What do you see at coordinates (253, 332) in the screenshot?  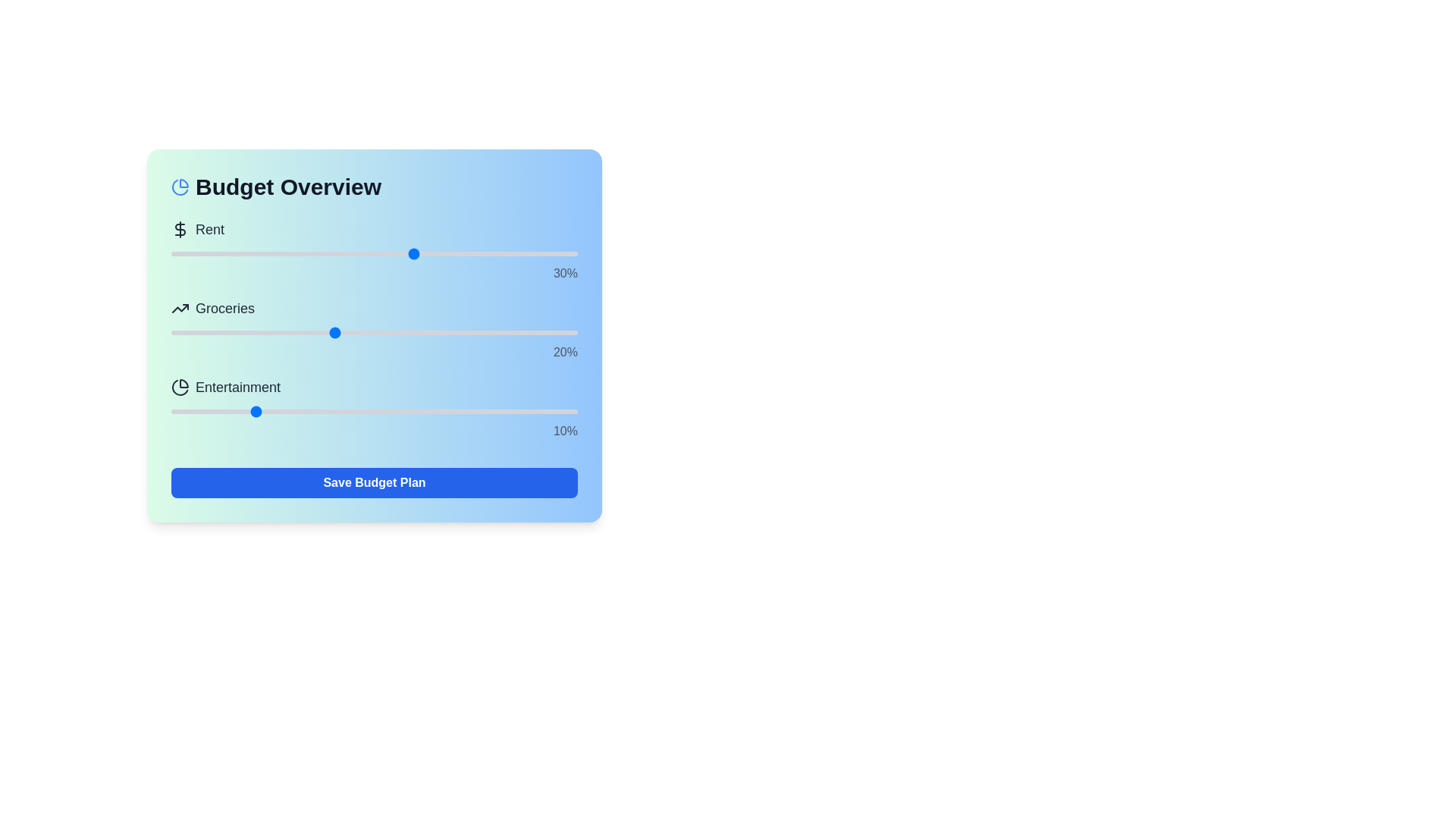 I see `the 'Groceries' slider` at bounding box center [253, 332].